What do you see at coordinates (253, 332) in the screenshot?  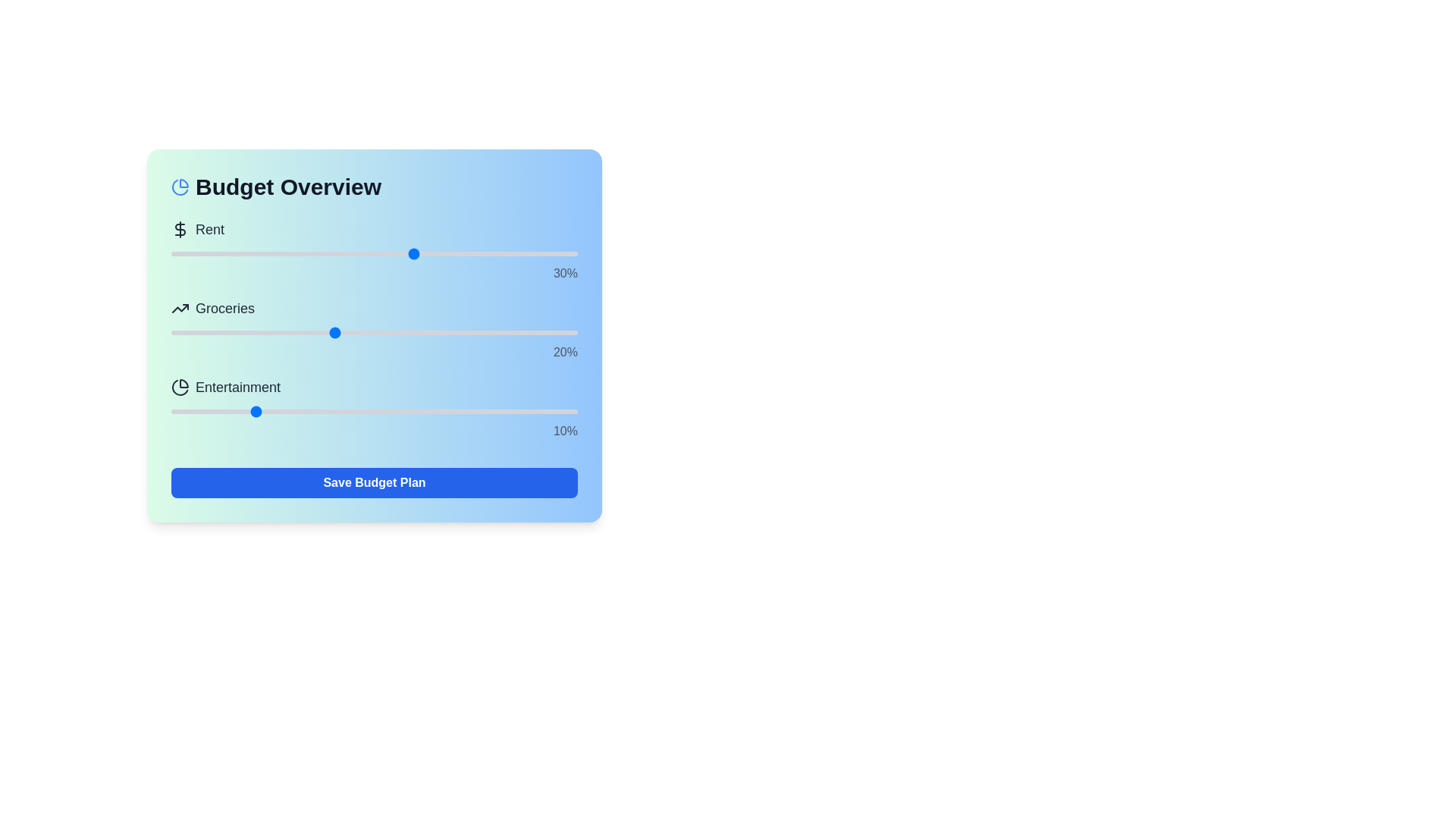 I see `the 'Groceries' slider` at bounding box center [253, 332].